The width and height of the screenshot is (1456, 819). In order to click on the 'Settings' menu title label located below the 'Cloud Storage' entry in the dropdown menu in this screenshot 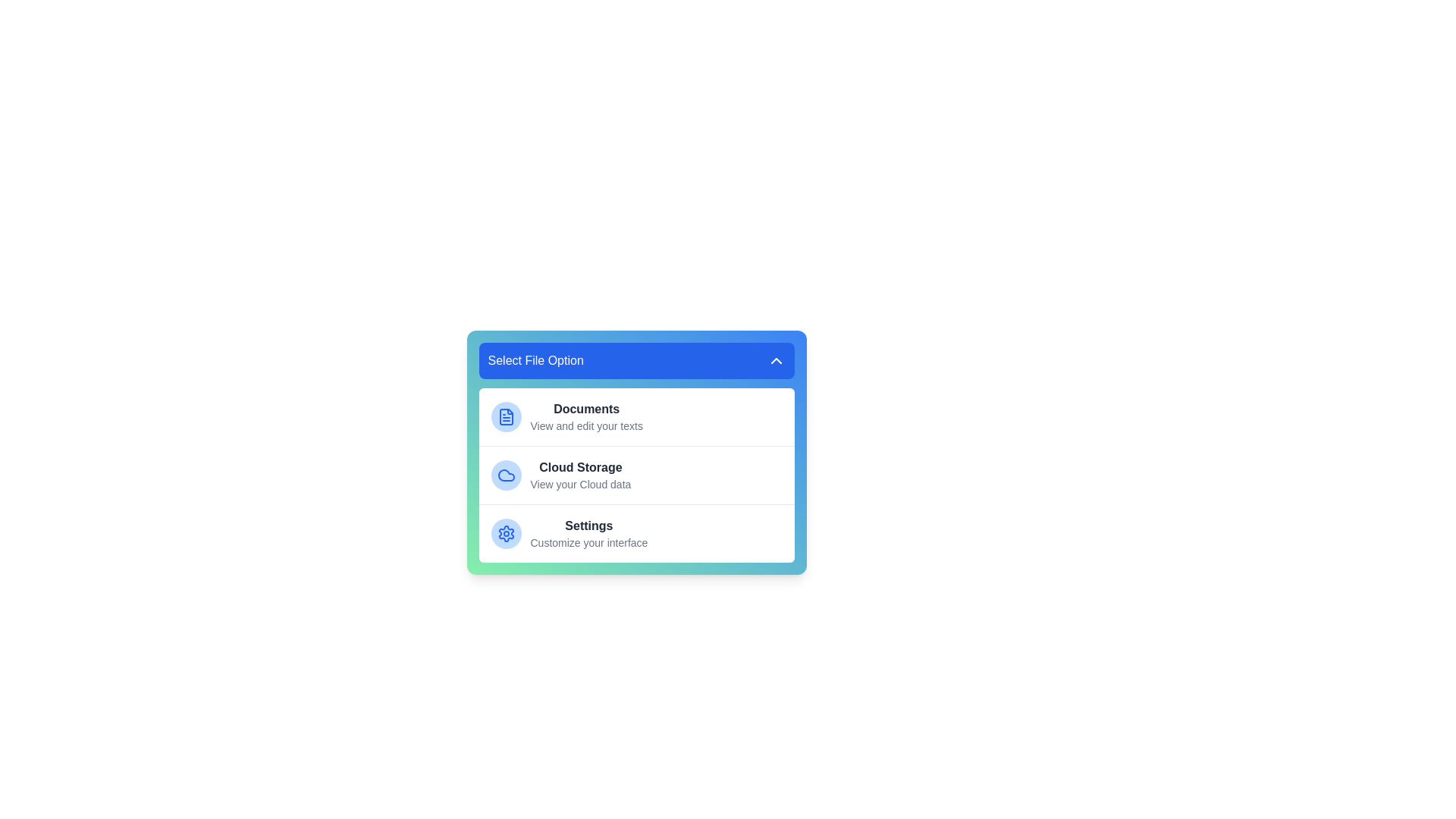, I will do `click(588, 526)`.